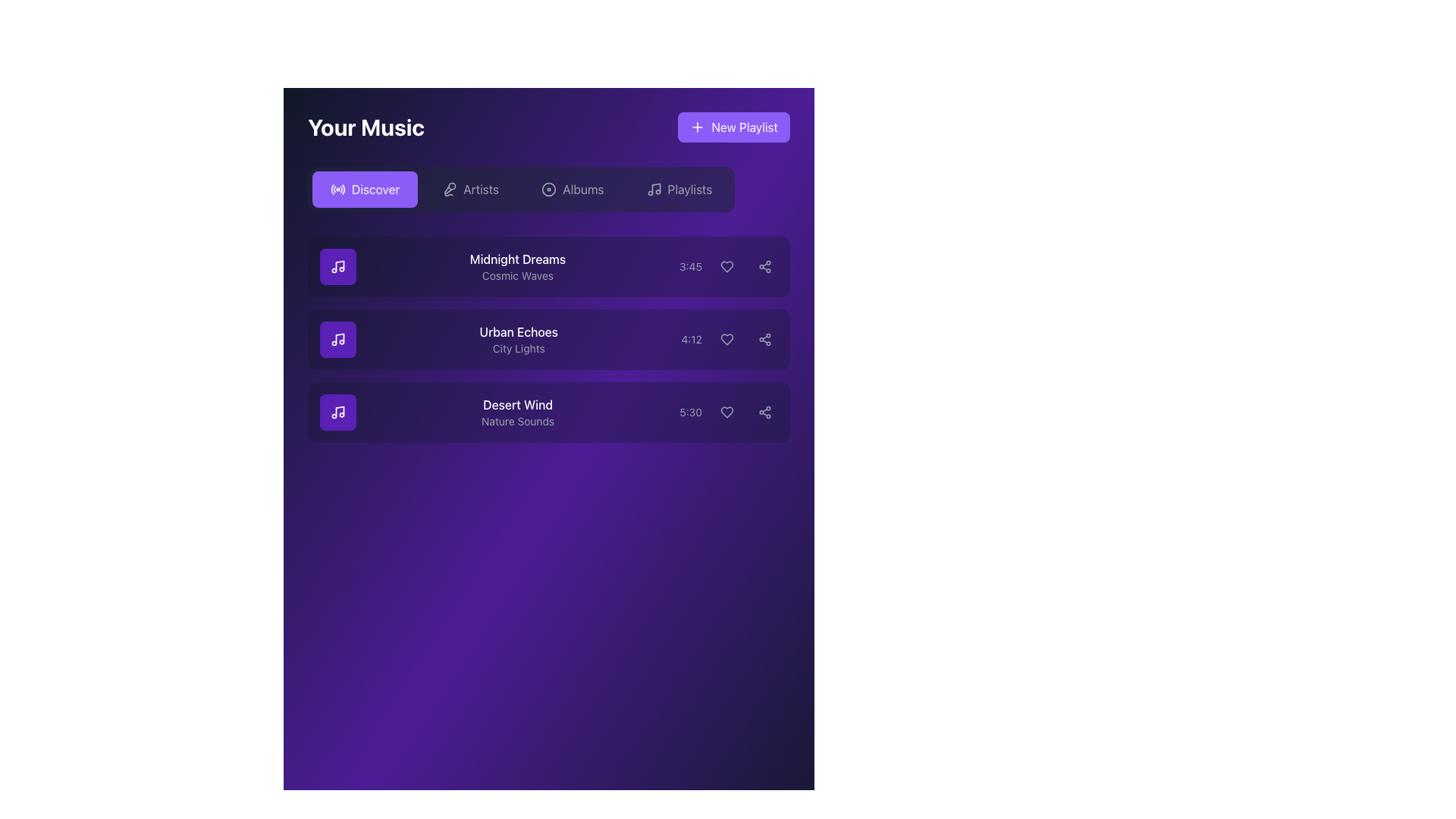 The image size is (1456, 819). Describe the element at coordinates (764, 412) in the screenshot. I see `the sharing button located to the right of the song title 'Desert Wind', which is part of the control group for that song` at that location.